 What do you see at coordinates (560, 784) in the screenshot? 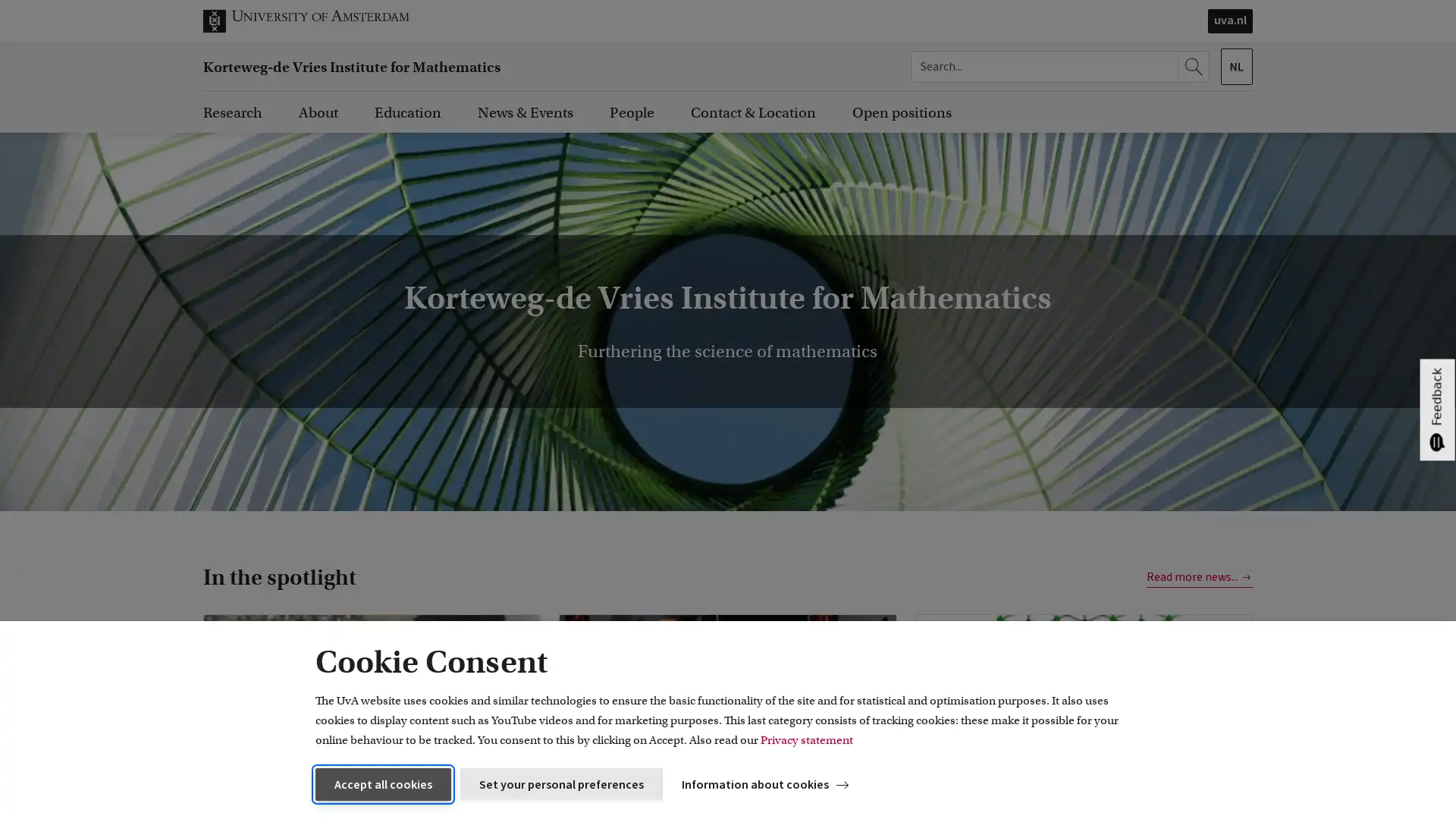
I see `Set your personal preferences` at bounding box center [560, 784].